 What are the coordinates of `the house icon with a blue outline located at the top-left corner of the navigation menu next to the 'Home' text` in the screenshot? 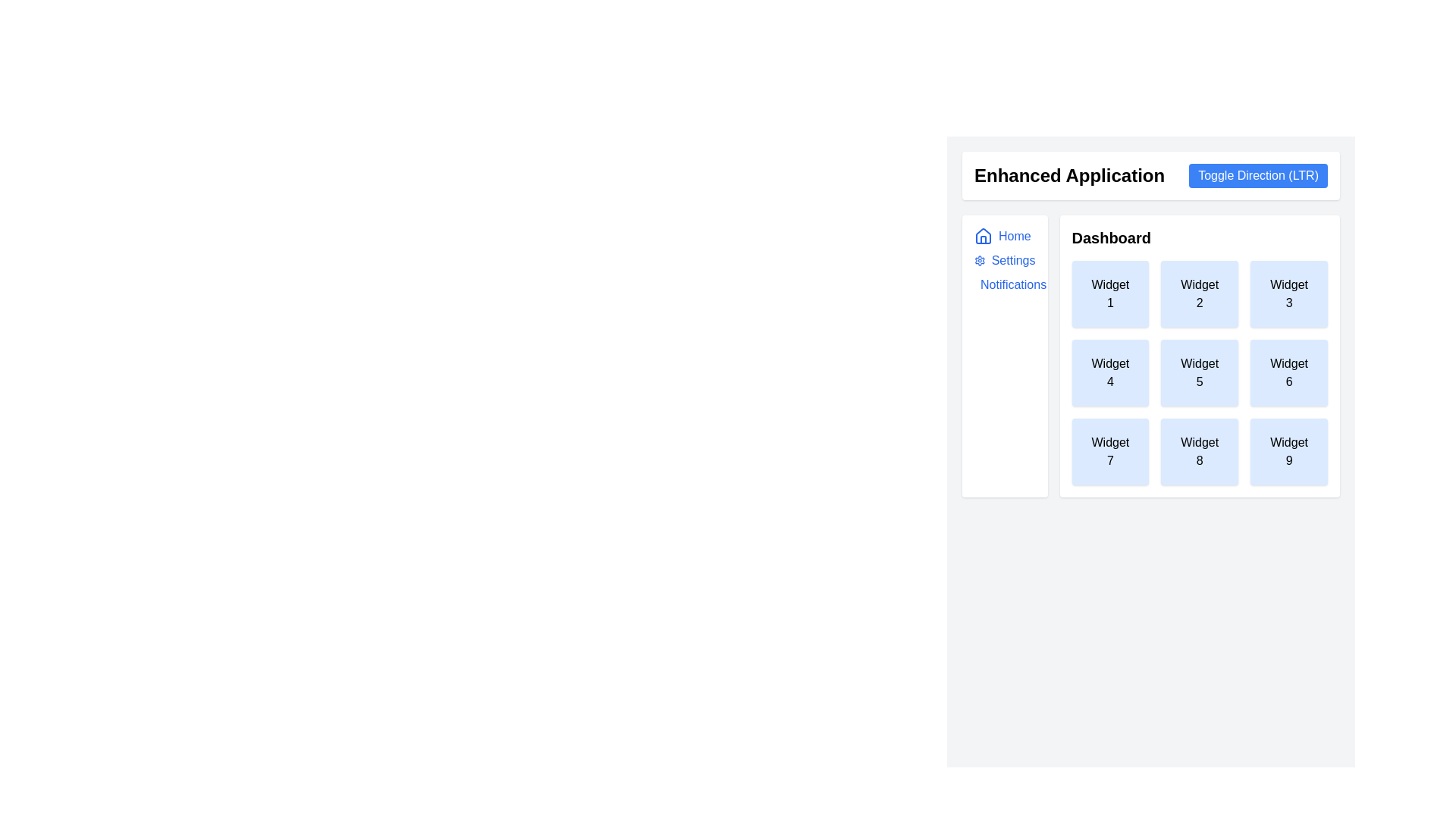 It's located at (983, 237).